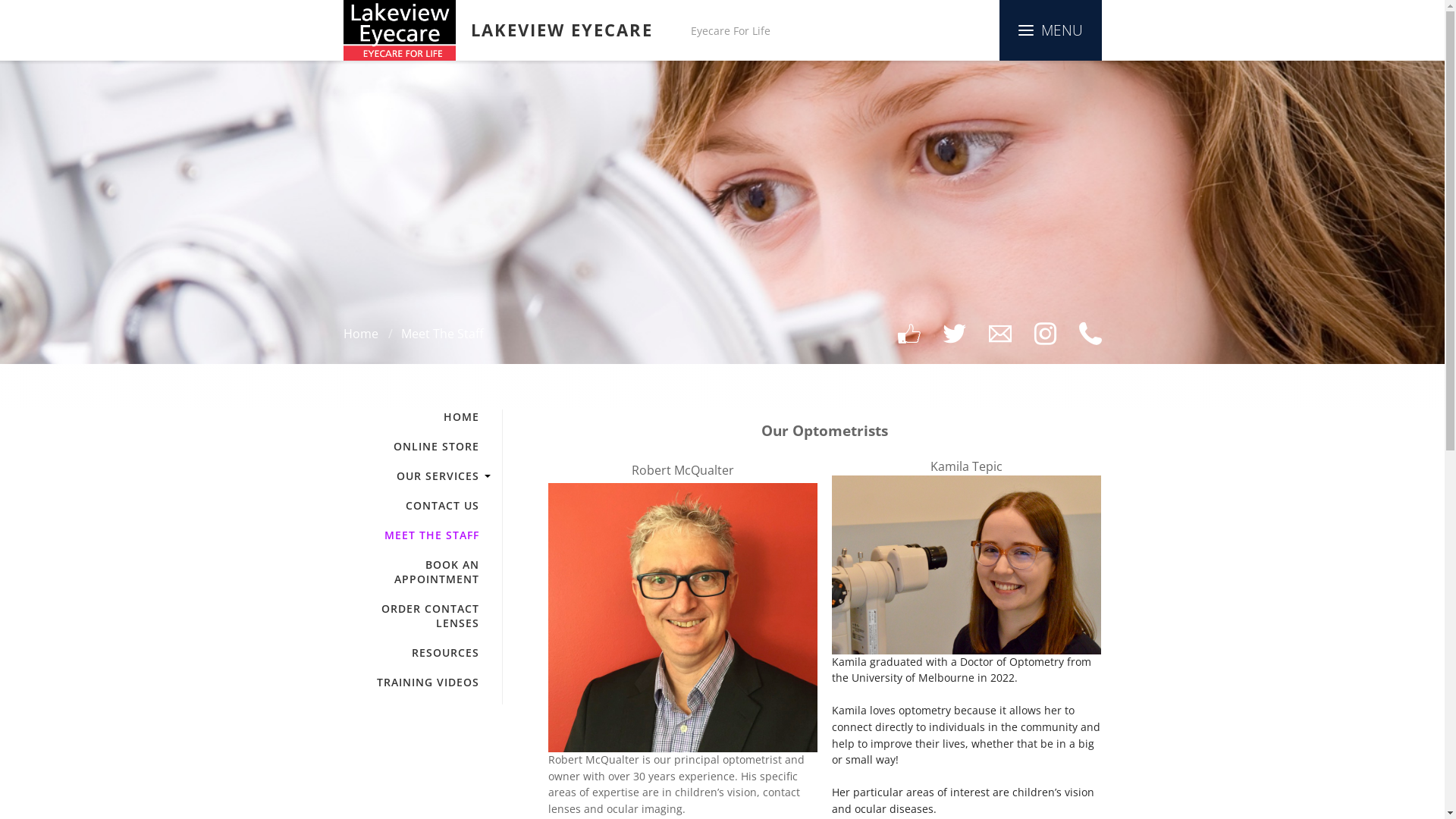 The height and width of the screenshot is (819, 1456). Describe the element at coordinates (341, 445) in the screenshot. I see `'ONLINE STORE'` at that location.